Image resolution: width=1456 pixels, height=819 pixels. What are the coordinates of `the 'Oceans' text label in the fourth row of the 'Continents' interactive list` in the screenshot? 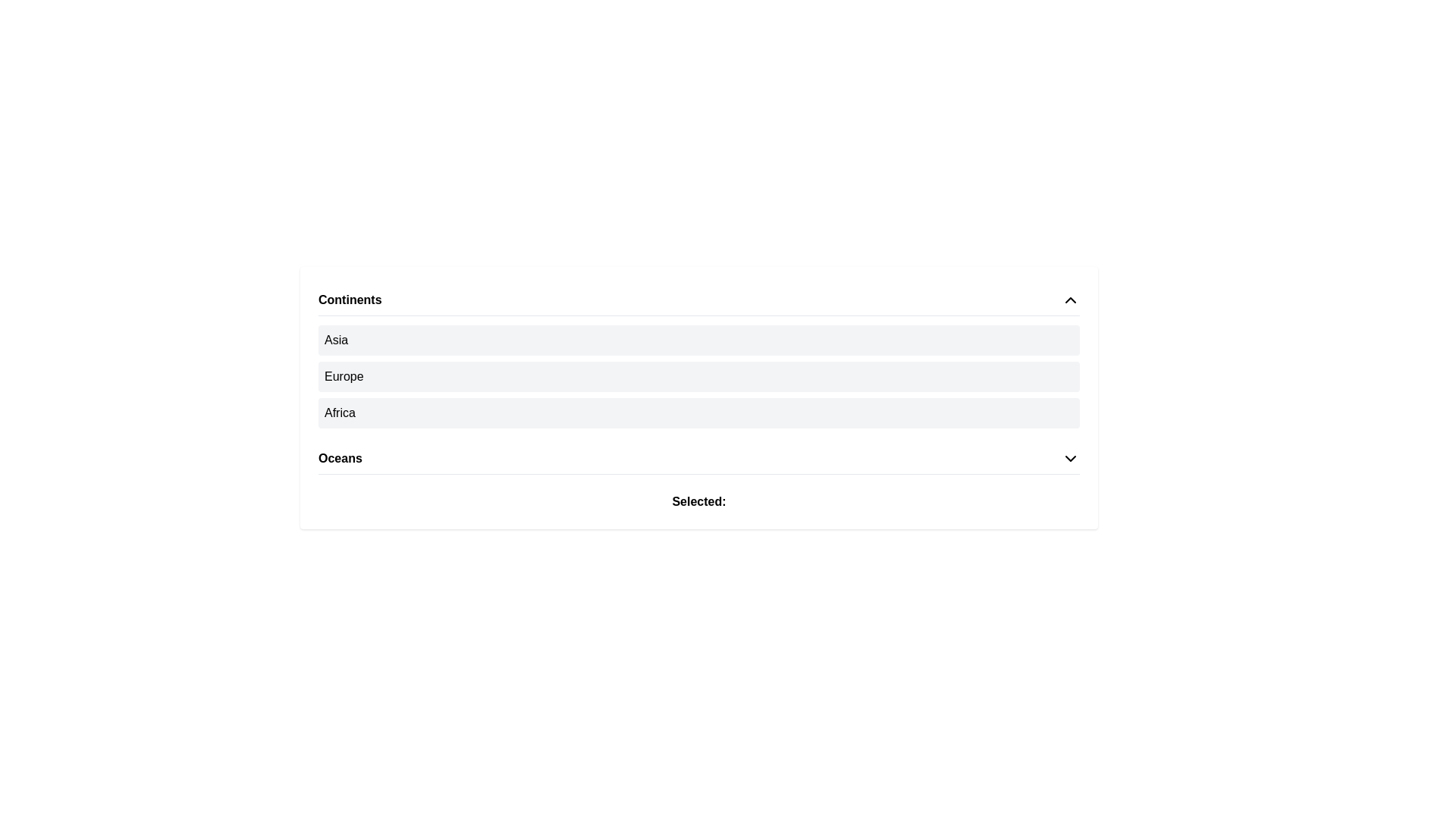 It's located at (339, 458).